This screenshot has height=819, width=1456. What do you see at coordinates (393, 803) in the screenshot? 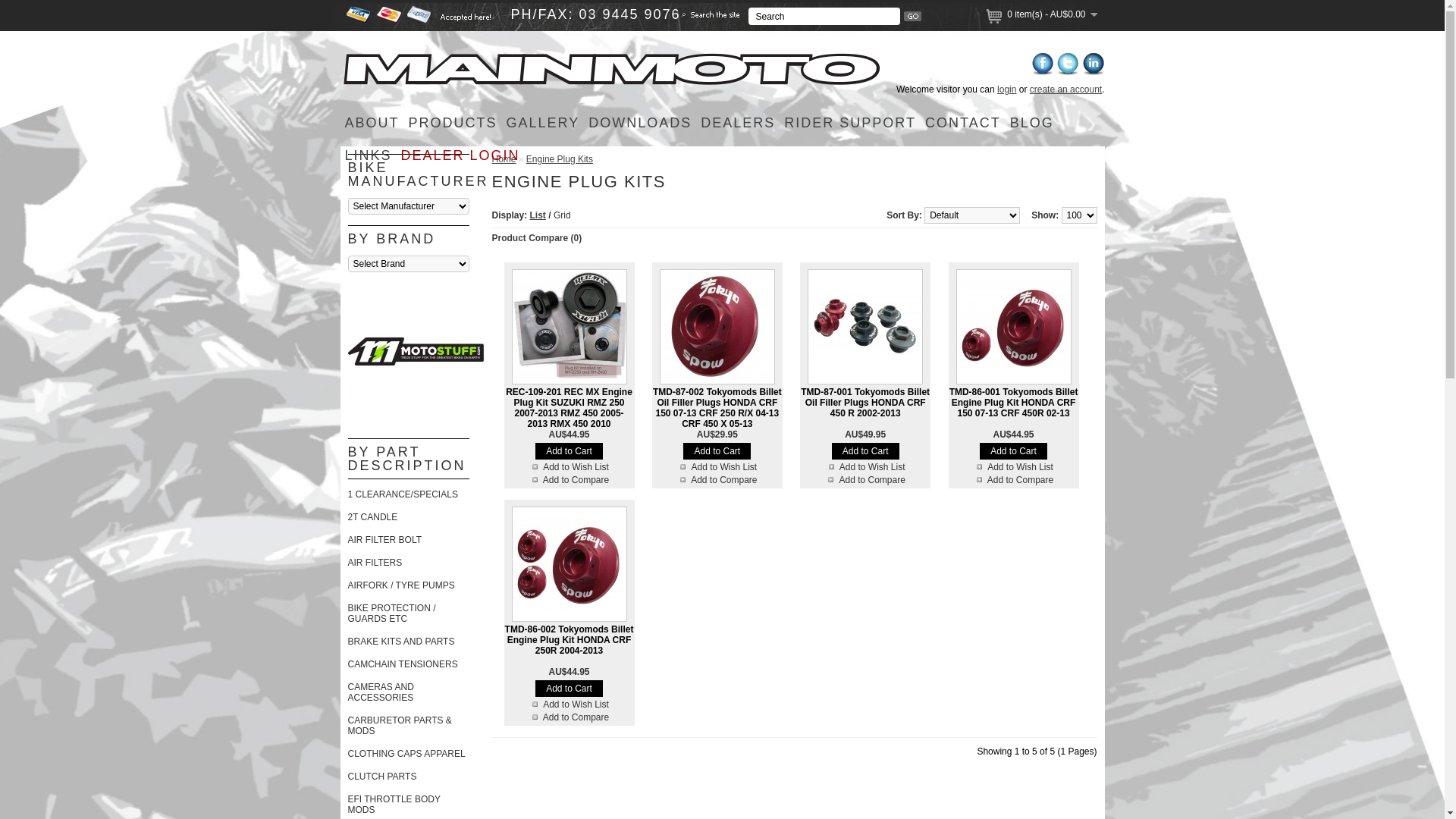
I see `'EFI THROTTLE BODY MODS'` at bounding box center [393, 803].